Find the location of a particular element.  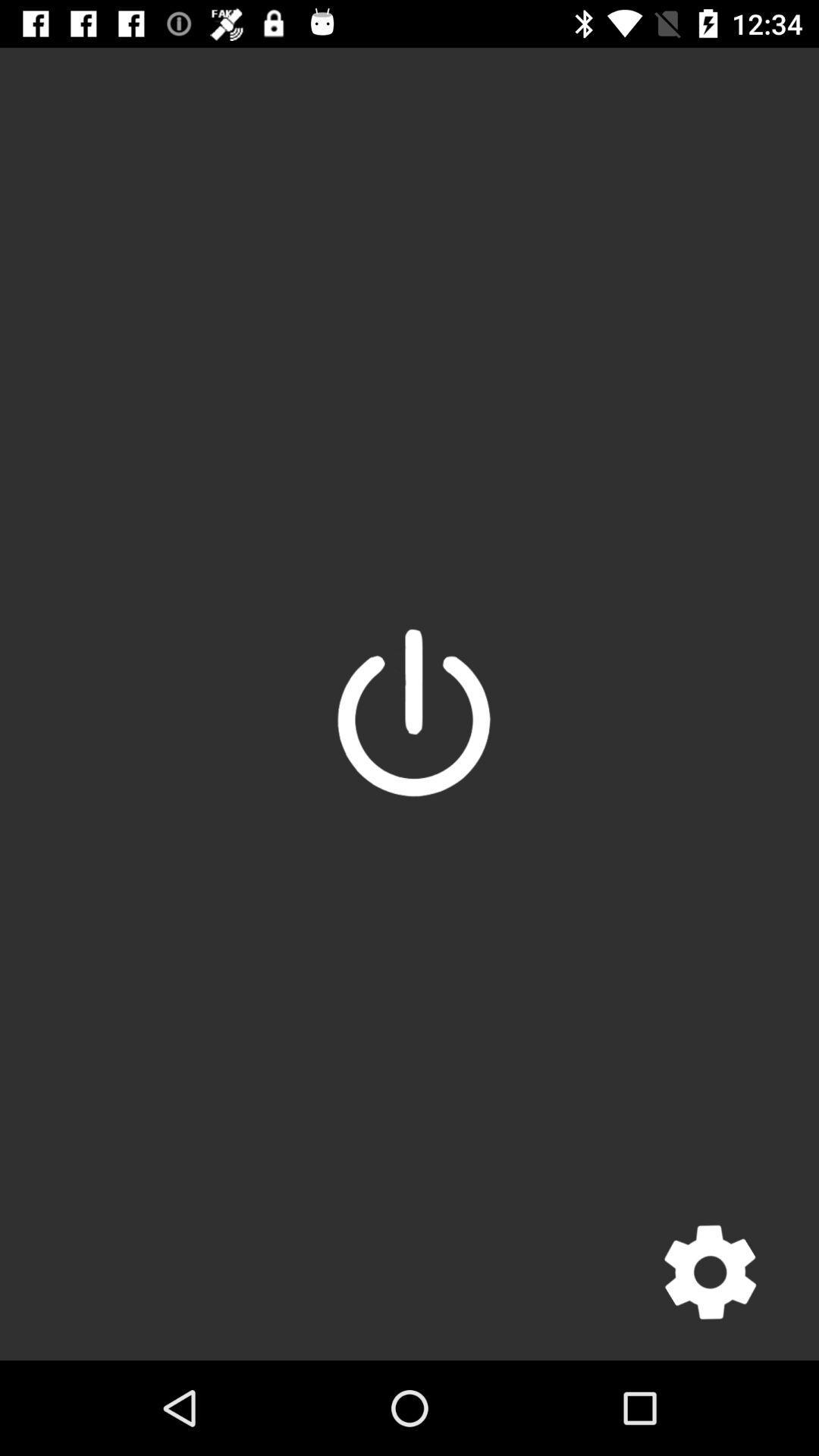

the settings icon is located at coordinates (710, 1272).